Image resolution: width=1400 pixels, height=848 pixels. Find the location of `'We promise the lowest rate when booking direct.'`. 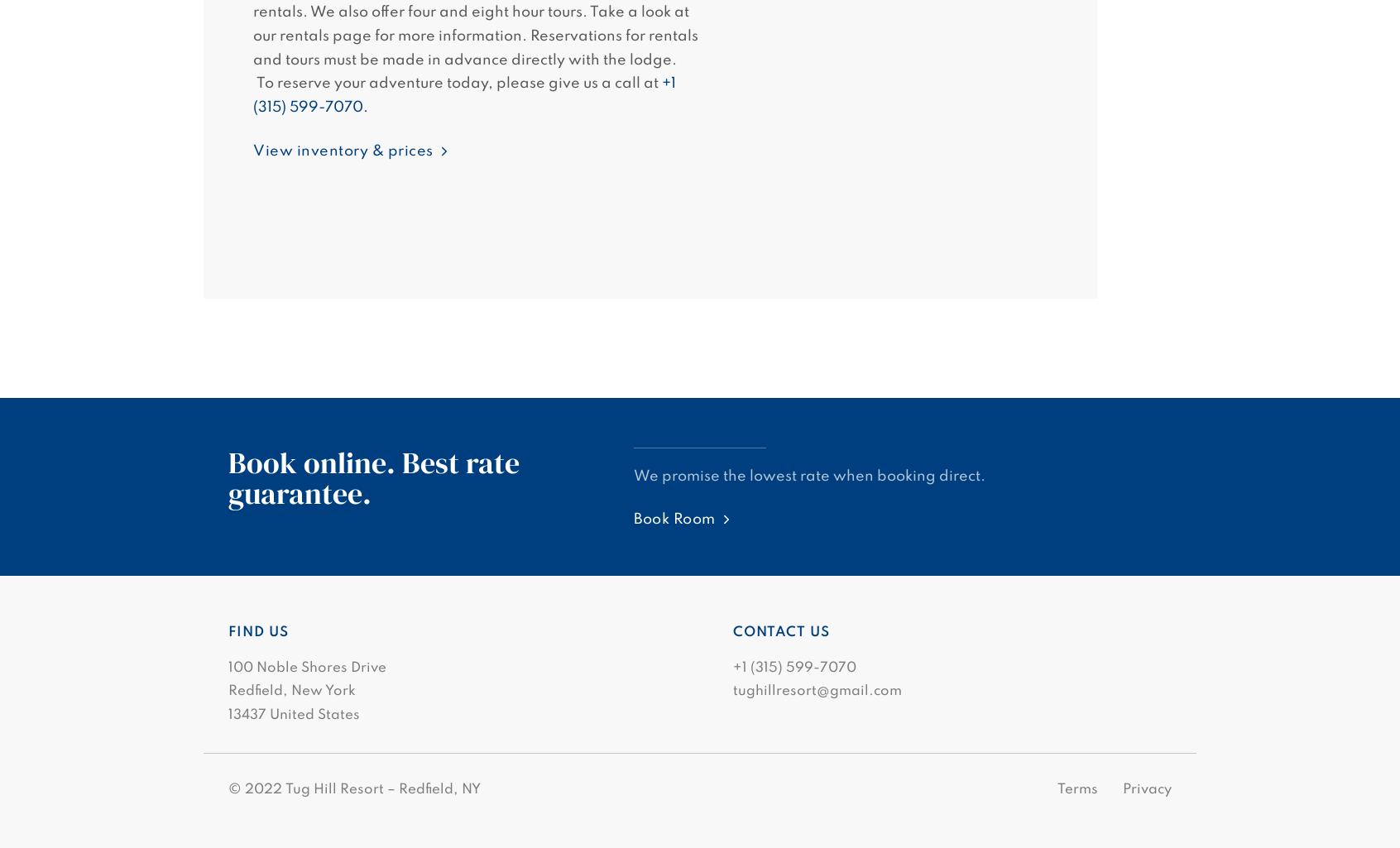

'We promise the lowest rate when booking direct.' is located at coordinates (632, 476).